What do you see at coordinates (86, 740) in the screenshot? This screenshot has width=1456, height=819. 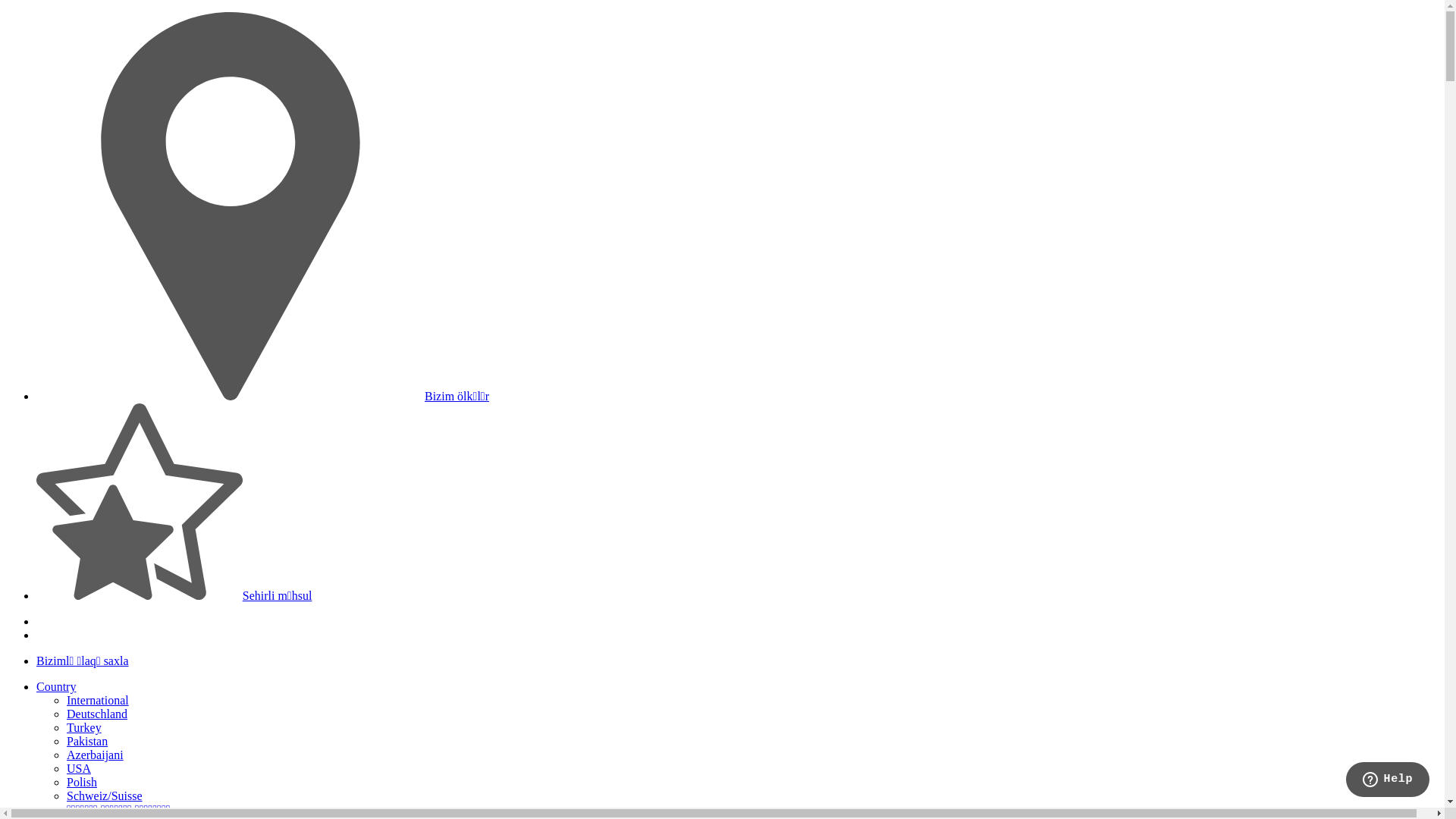 I see `'Pakistan'` at bounding box center [86, 740].